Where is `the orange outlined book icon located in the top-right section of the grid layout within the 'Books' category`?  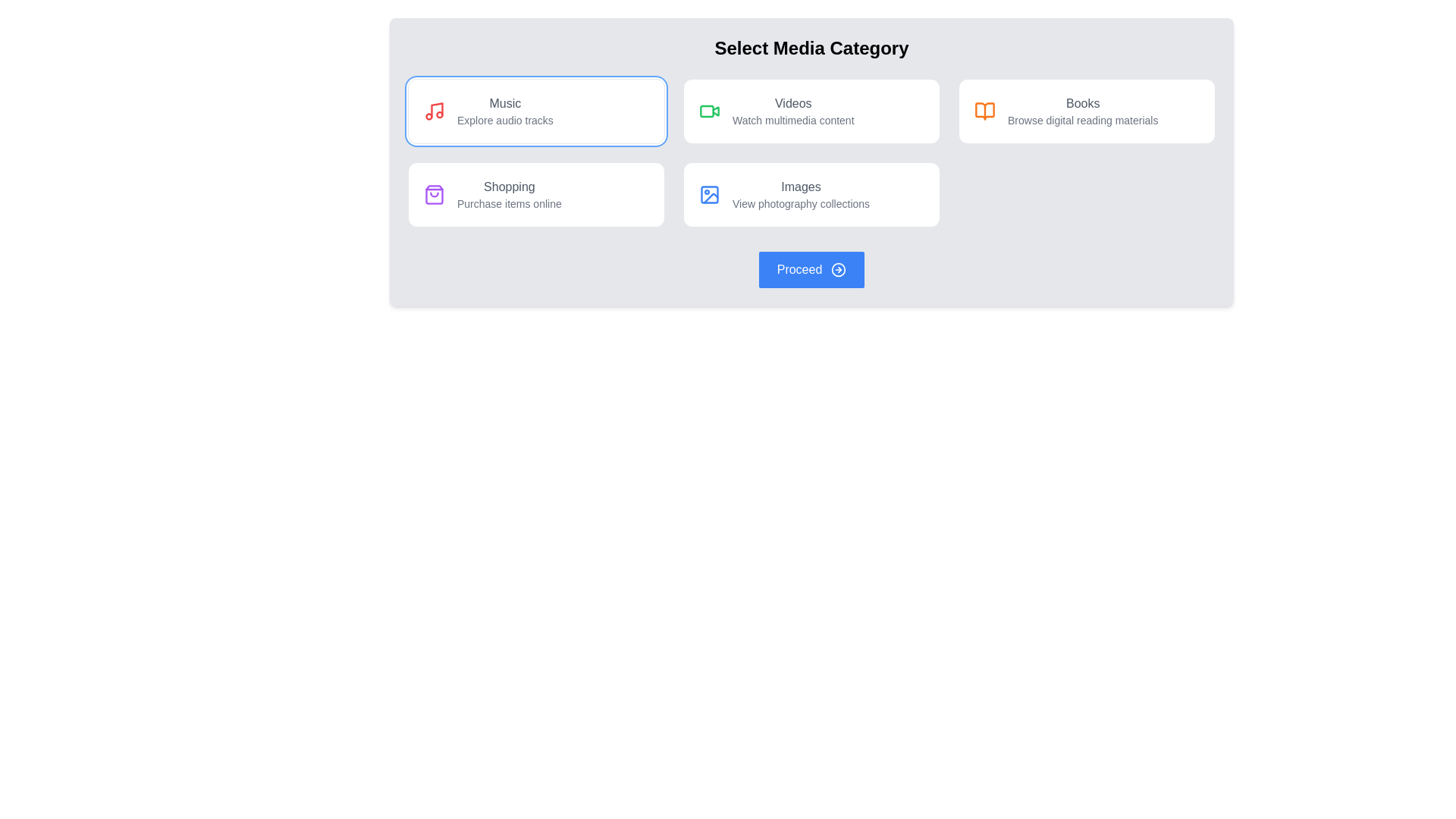 the orange outlined book icon located in the top-right section of the grid layout within the 'Books' category is located at coordinates (985, 110).